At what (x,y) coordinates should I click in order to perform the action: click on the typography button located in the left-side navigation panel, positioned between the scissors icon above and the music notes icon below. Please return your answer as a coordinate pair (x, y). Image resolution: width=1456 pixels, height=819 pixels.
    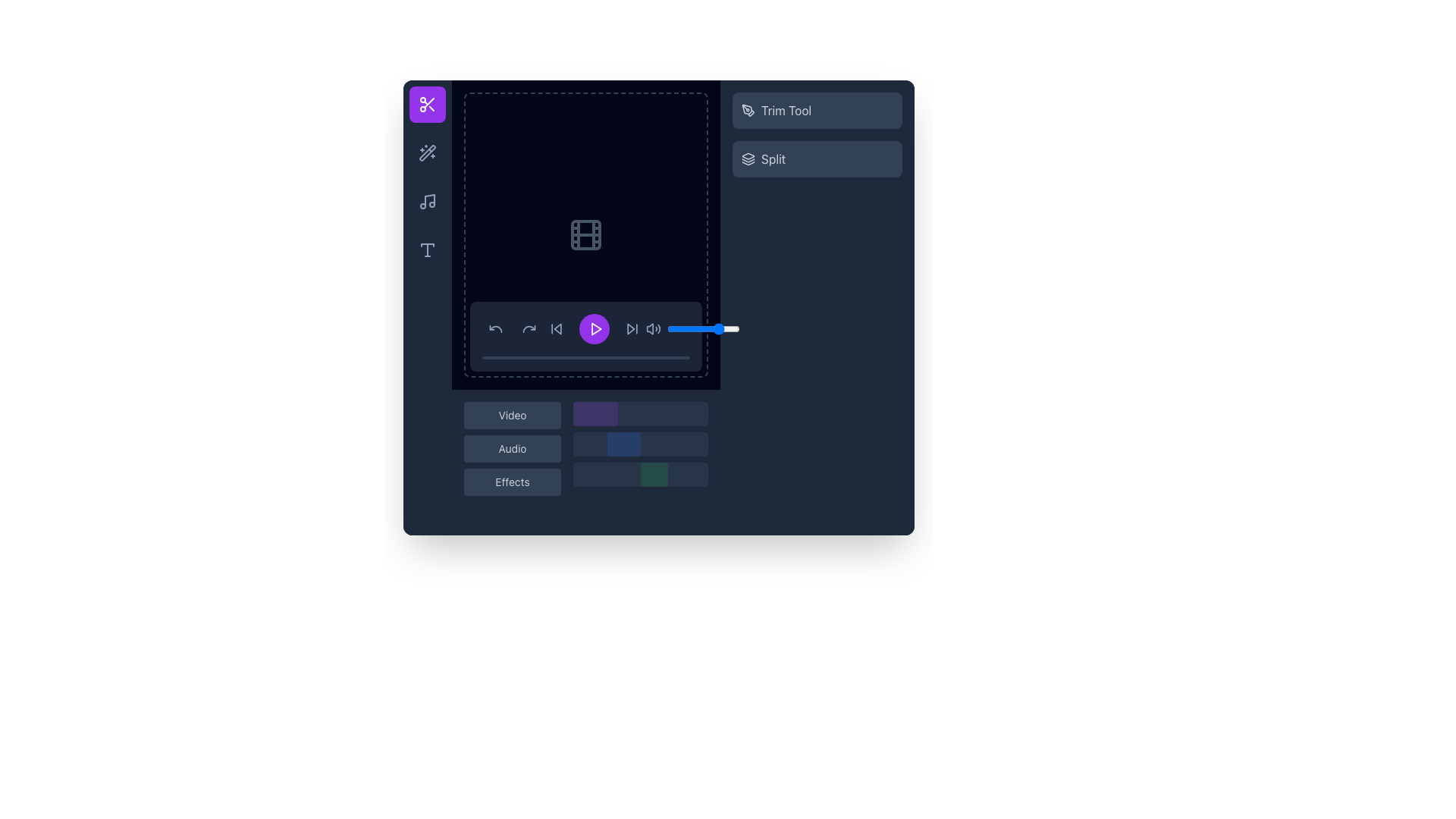
    Looking at the image, I should click on (427, 249).